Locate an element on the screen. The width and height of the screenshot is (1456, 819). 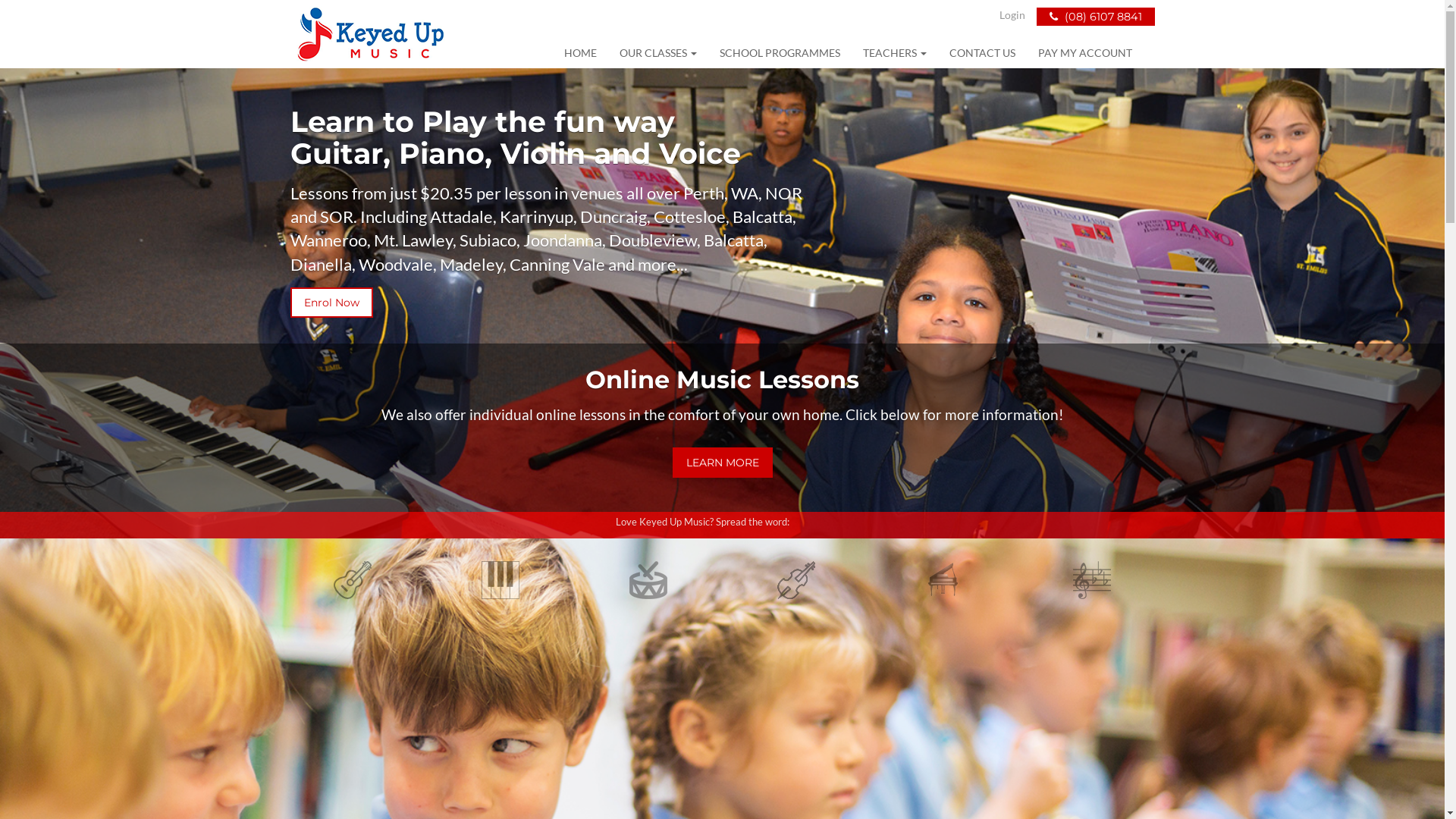
'PAY MY ACCOUNT' is located at coordinates (1084, 52).